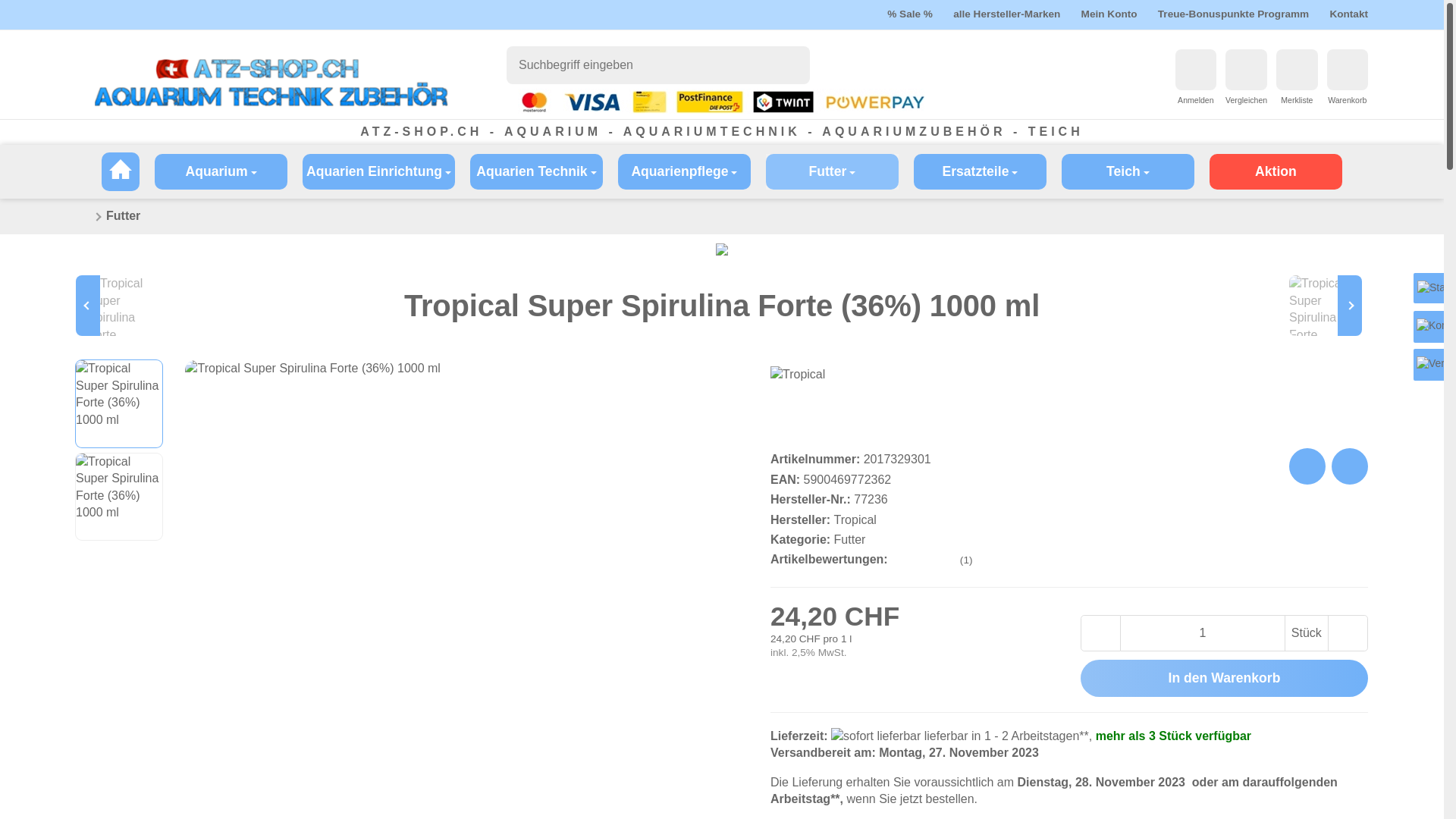  I want to click on 'Warenkorb', so click(1347, 70).